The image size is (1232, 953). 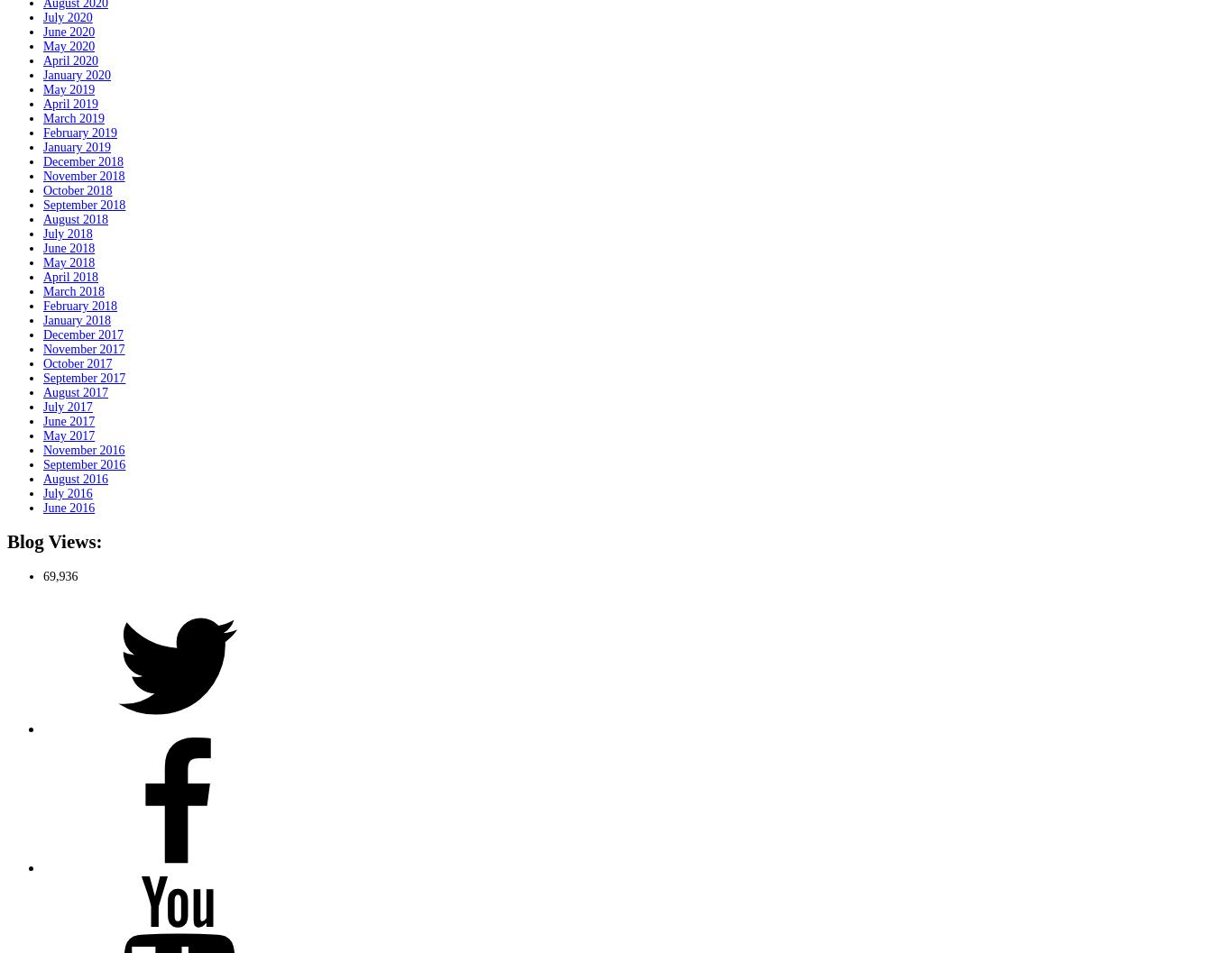 I want to click on 'May 2020', so click(x=69, y=45).